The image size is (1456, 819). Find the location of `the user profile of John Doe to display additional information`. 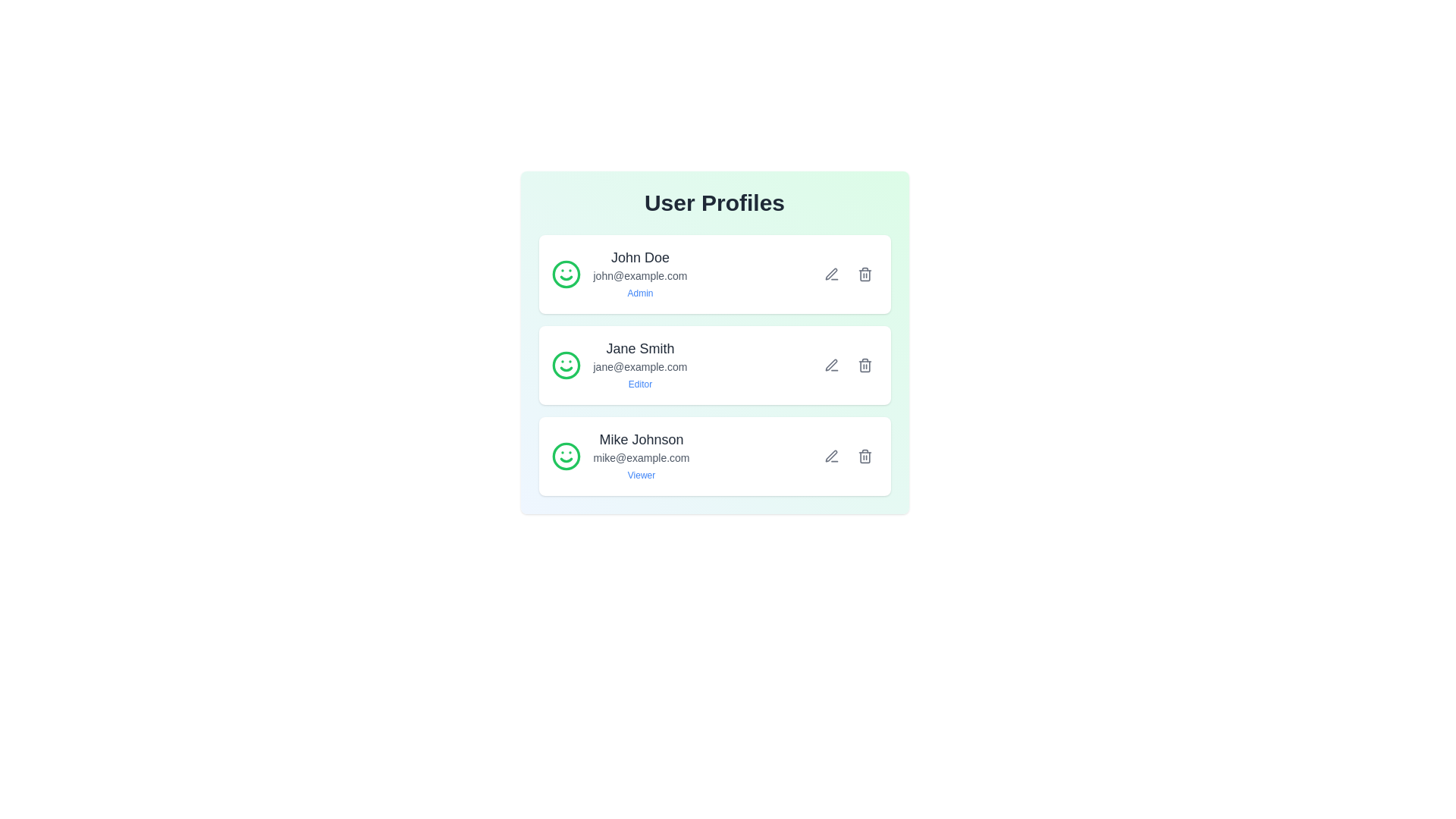

the user profile of John Doe to display additional information is located at coordinates (619, 275).